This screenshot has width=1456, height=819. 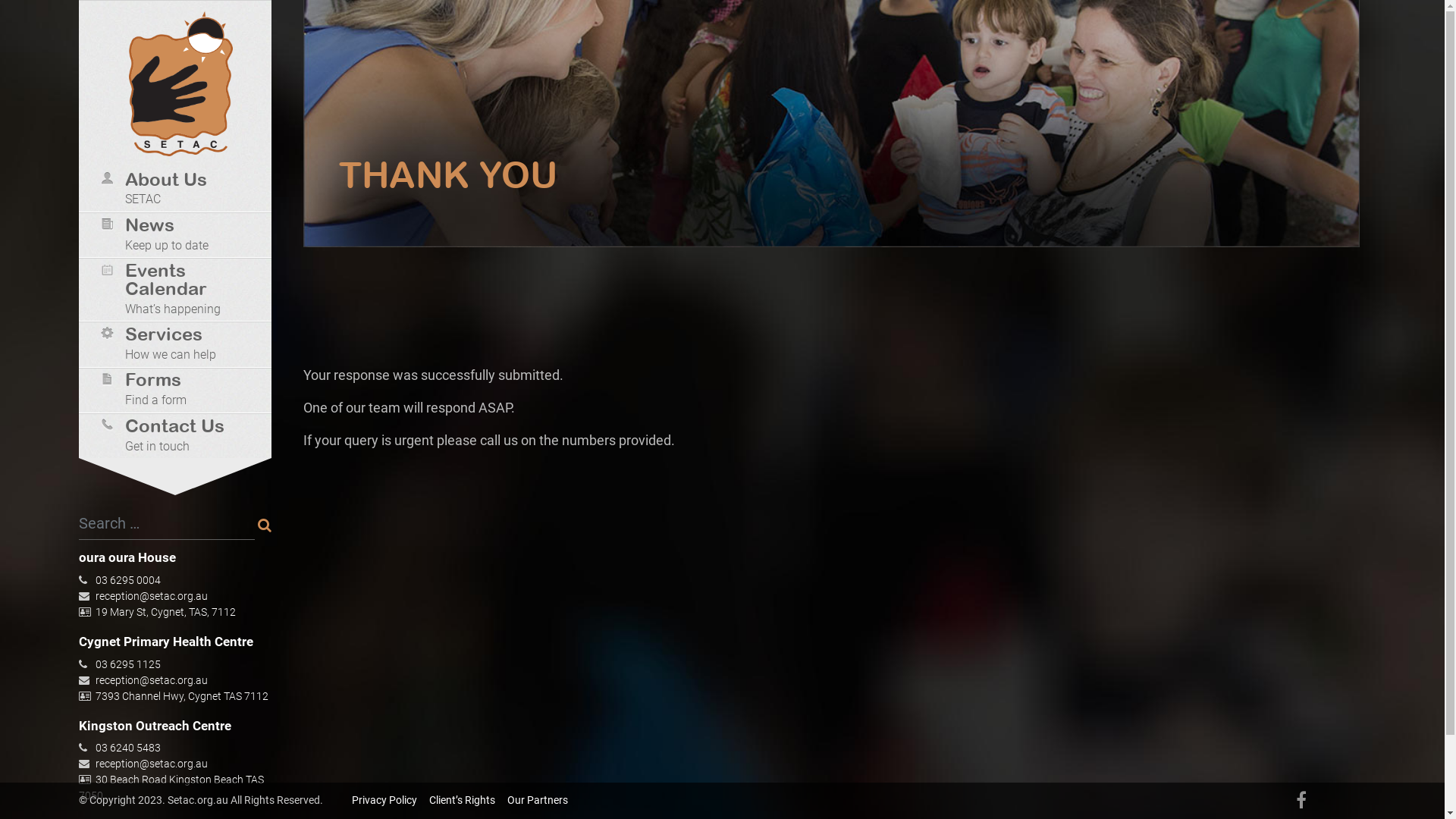 What do you see at coordinates (537, 799) in the screenshot?
I see `'Our Partners'` at bounding box center [537, 799].